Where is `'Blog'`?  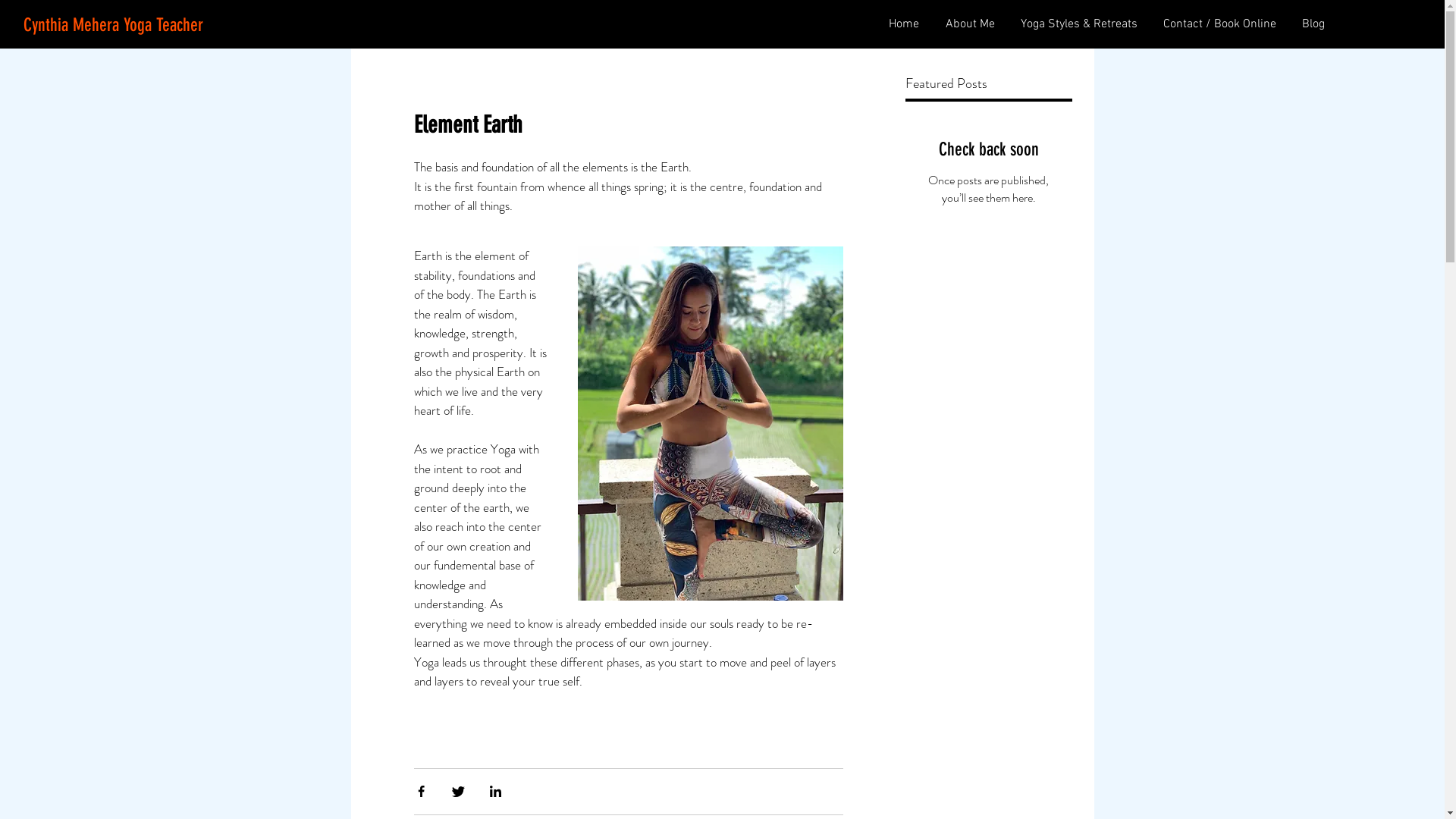 'Blog' is located at coordinates (1310, 24).